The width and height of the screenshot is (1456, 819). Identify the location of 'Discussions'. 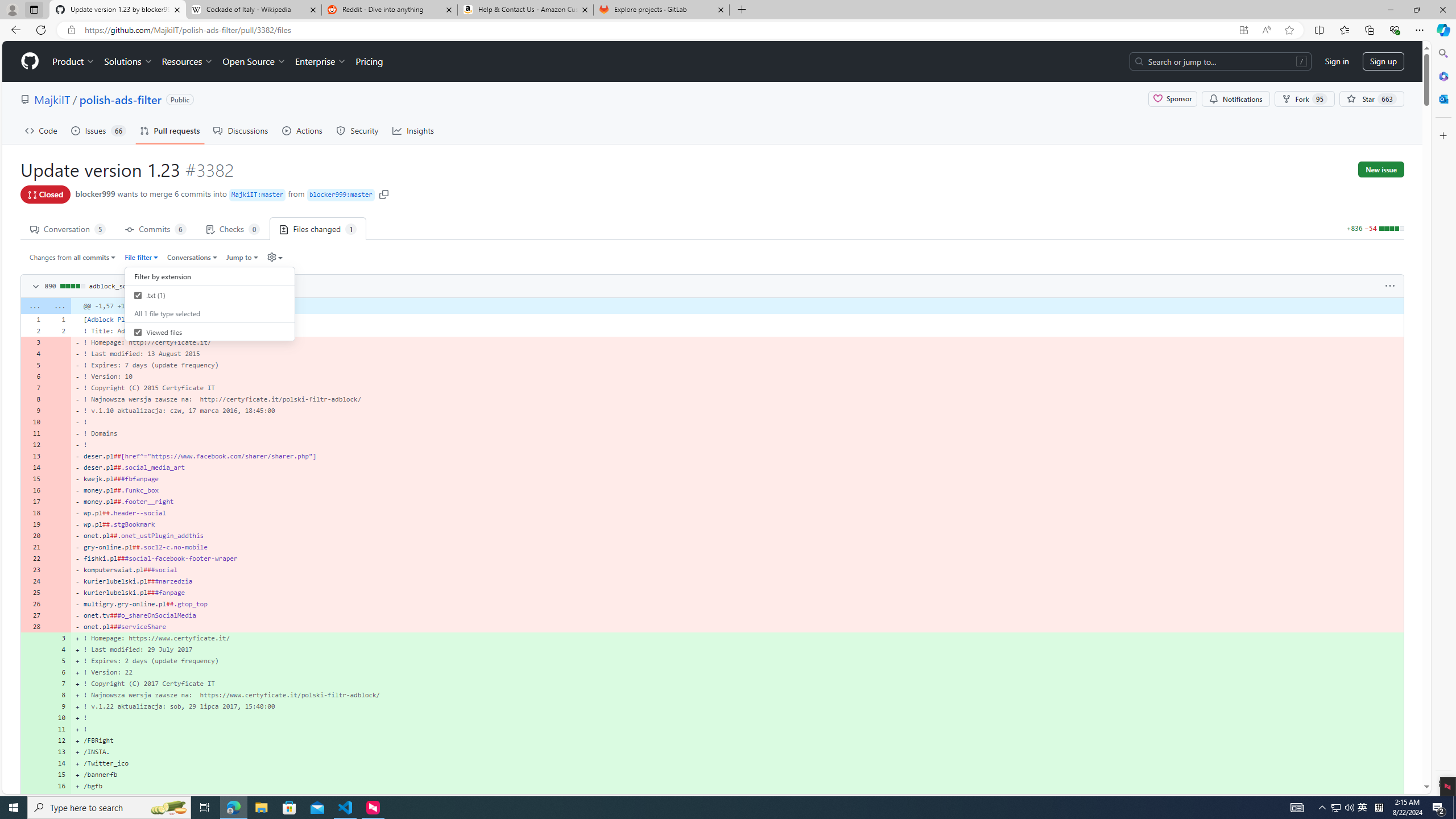
(241, 130).